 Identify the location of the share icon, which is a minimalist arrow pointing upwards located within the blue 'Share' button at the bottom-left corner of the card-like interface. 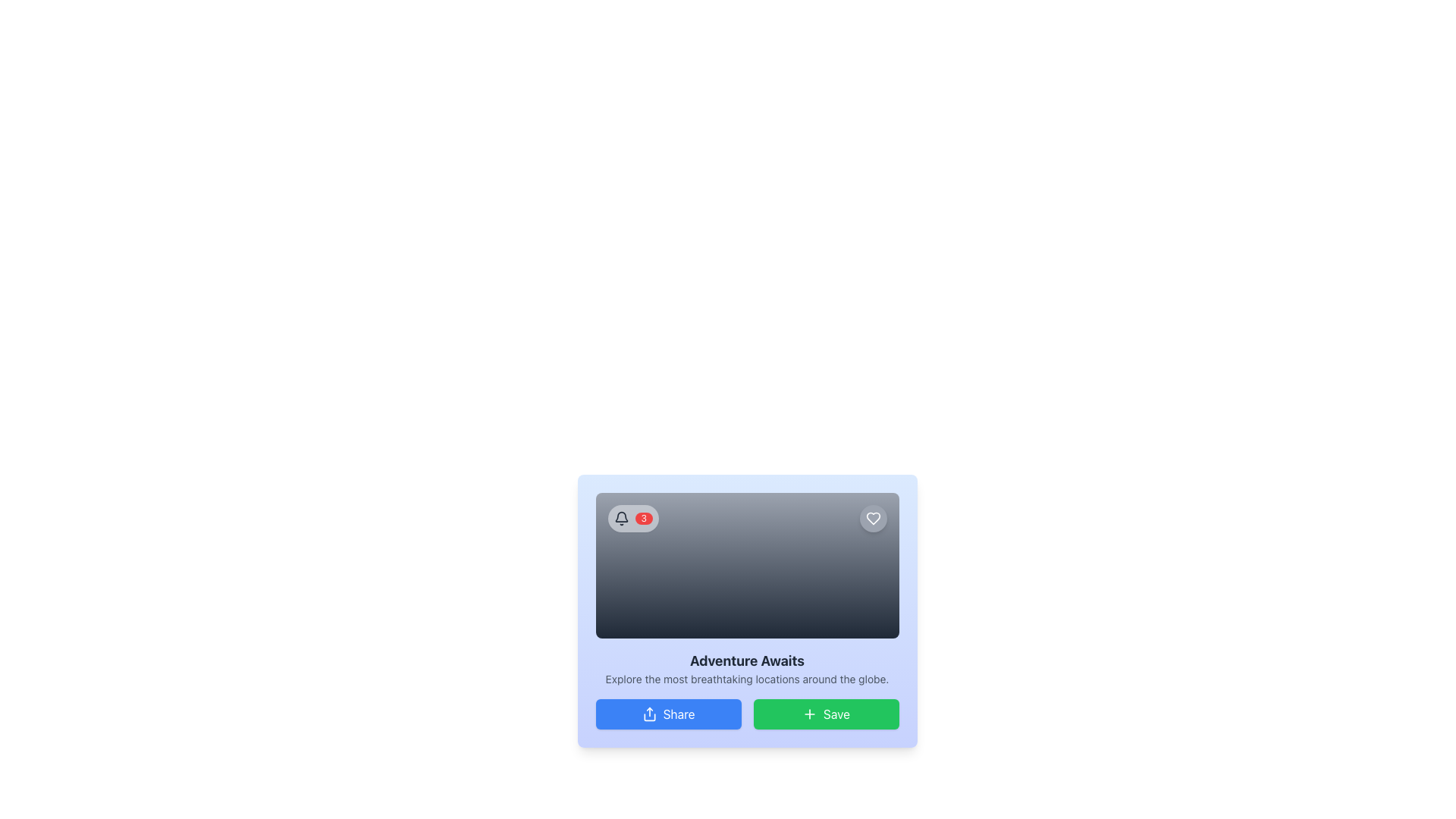
(649, 714).